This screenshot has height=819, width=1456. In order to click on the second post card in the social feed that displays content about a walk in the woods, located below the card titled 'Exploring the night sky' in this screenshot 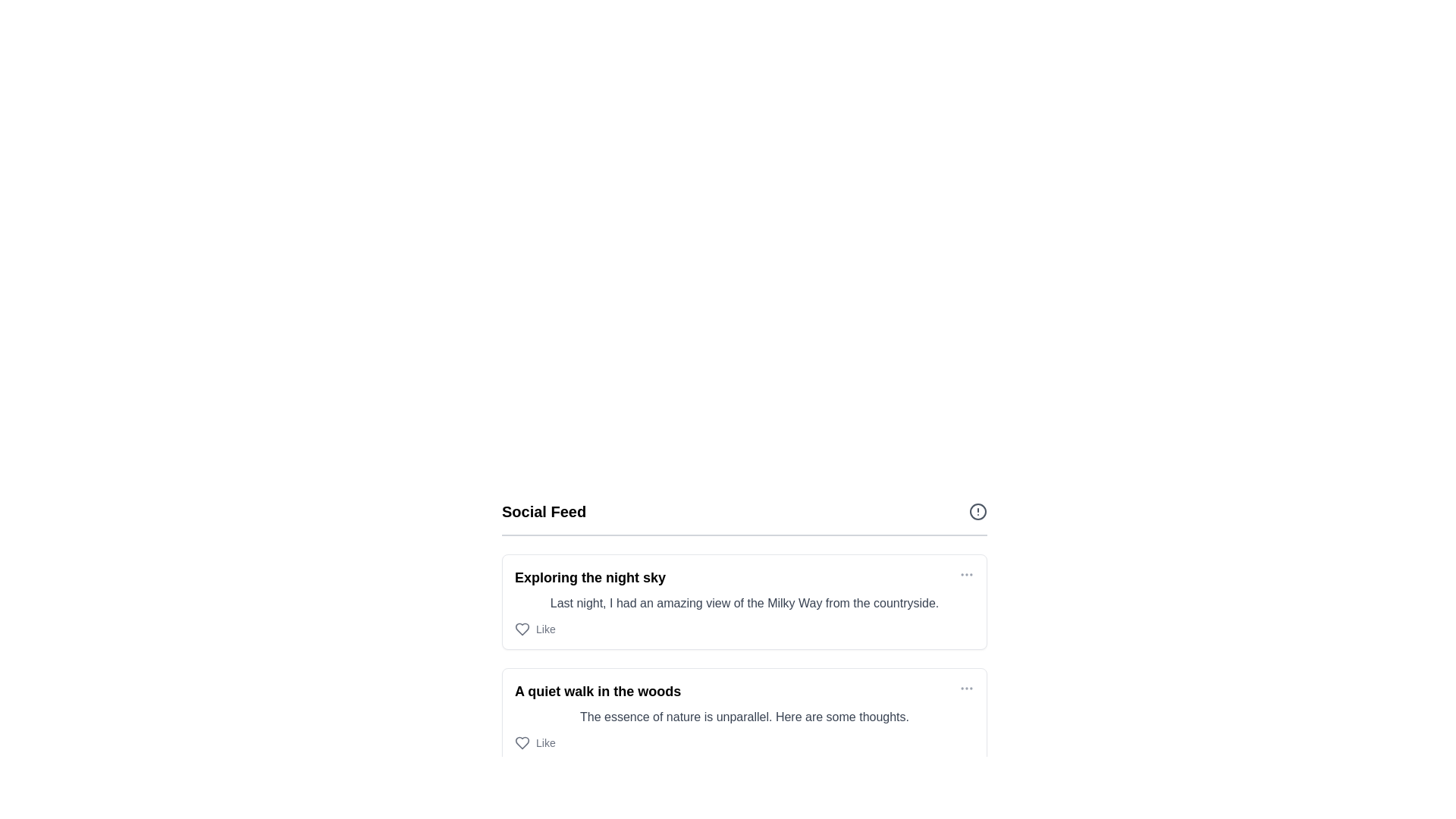, I will do `click(745, 716)`.